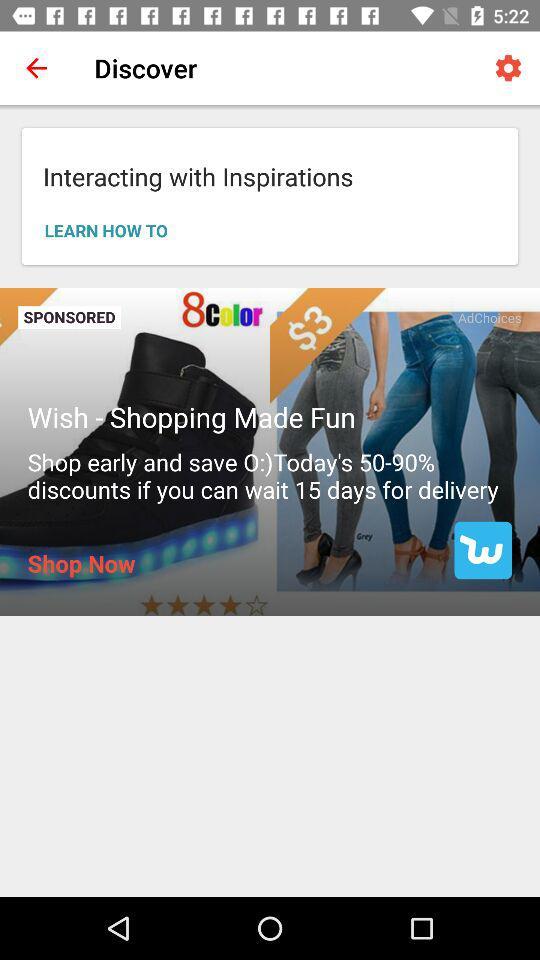 The width and height of the screenshot is (540, 960). What do you see at coordinates (36, 68) in the screenshot?
I see `item next to the discover item` at bounding box center [36, 68].